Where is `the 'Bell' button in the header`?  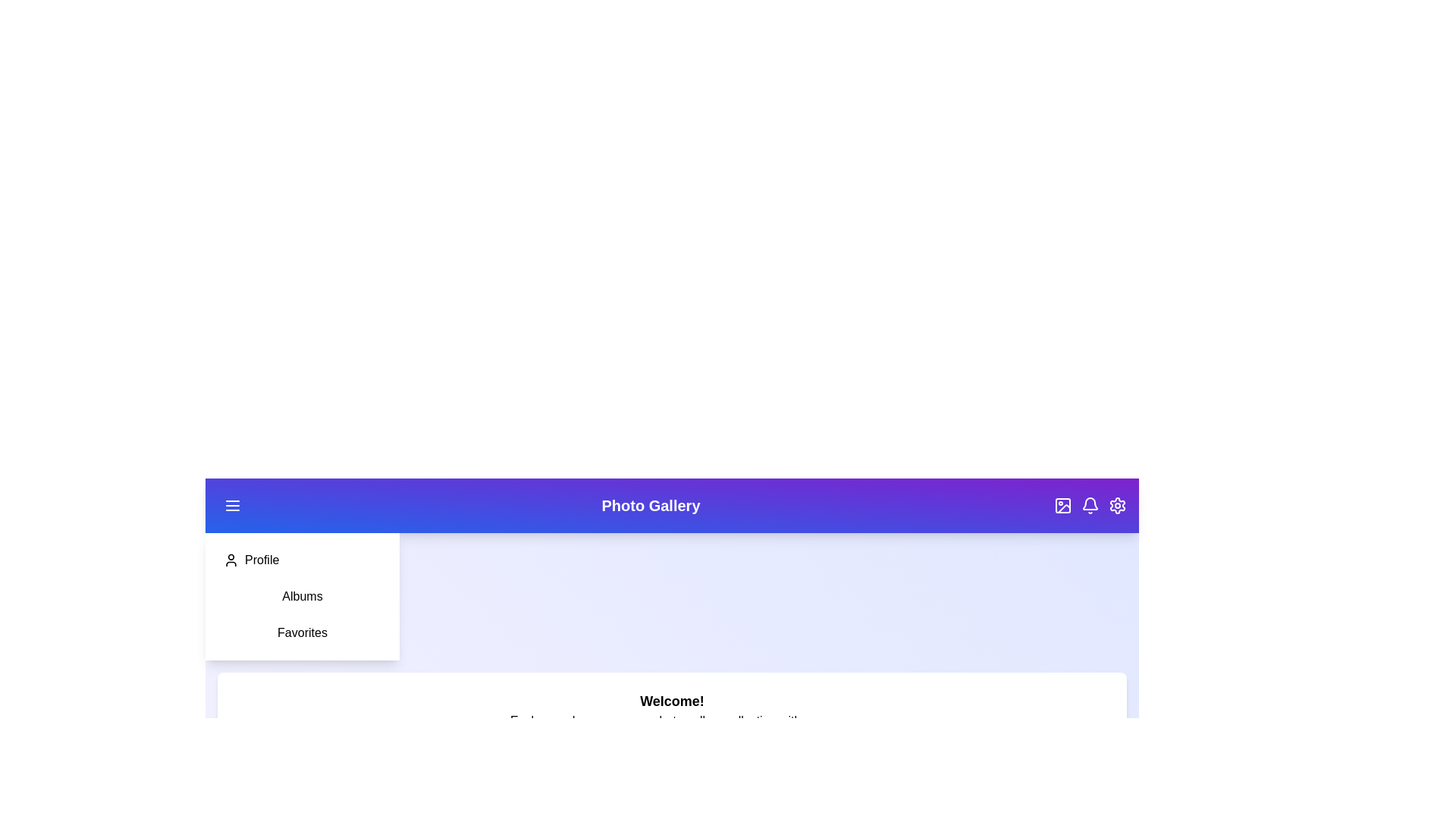
the 'Bell' button in the header is located at coordinates (1090, 506).